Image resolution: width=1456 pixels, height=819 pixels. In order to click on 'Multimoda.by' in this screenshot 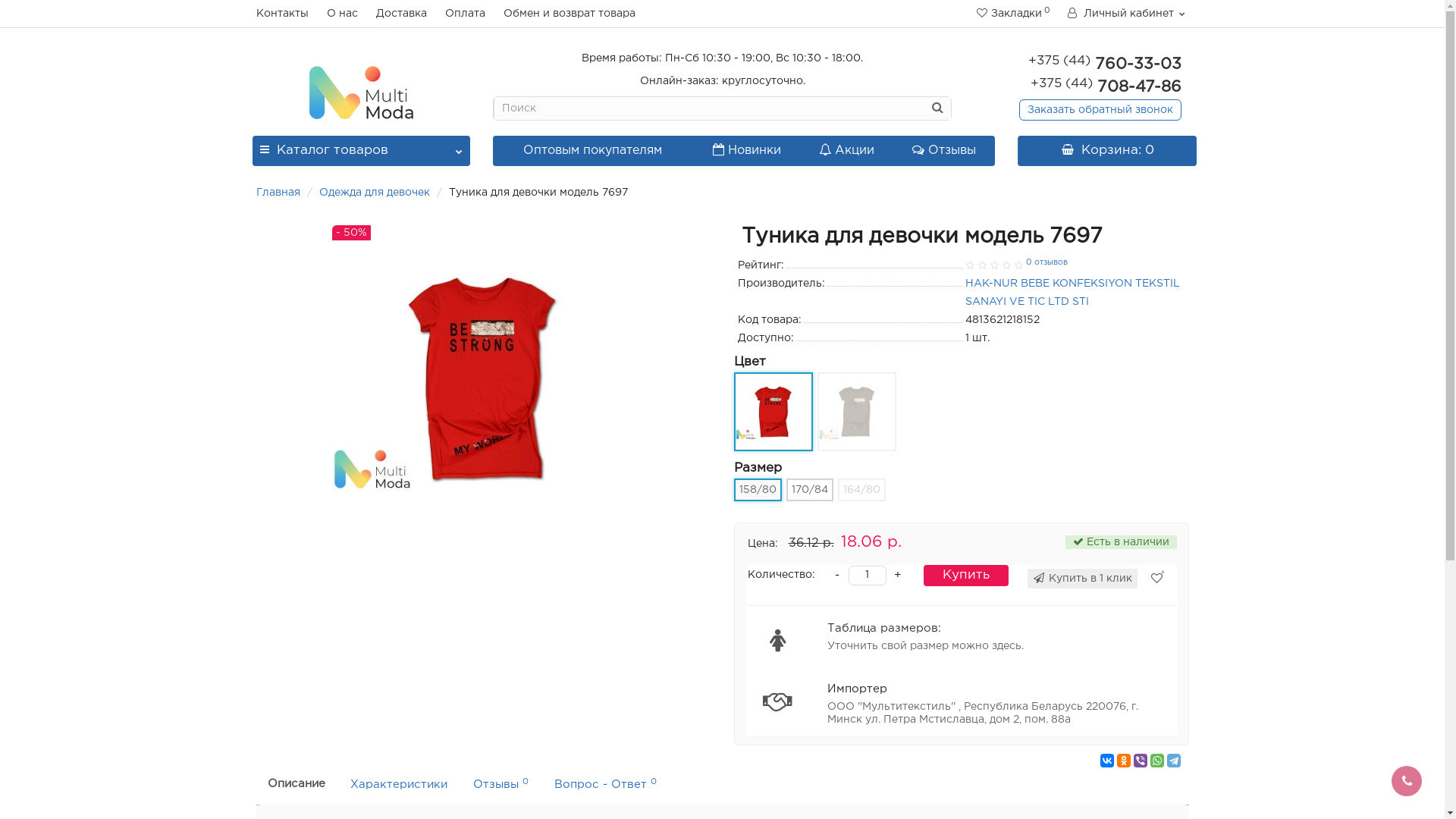, I will do `click(309, 93)`.